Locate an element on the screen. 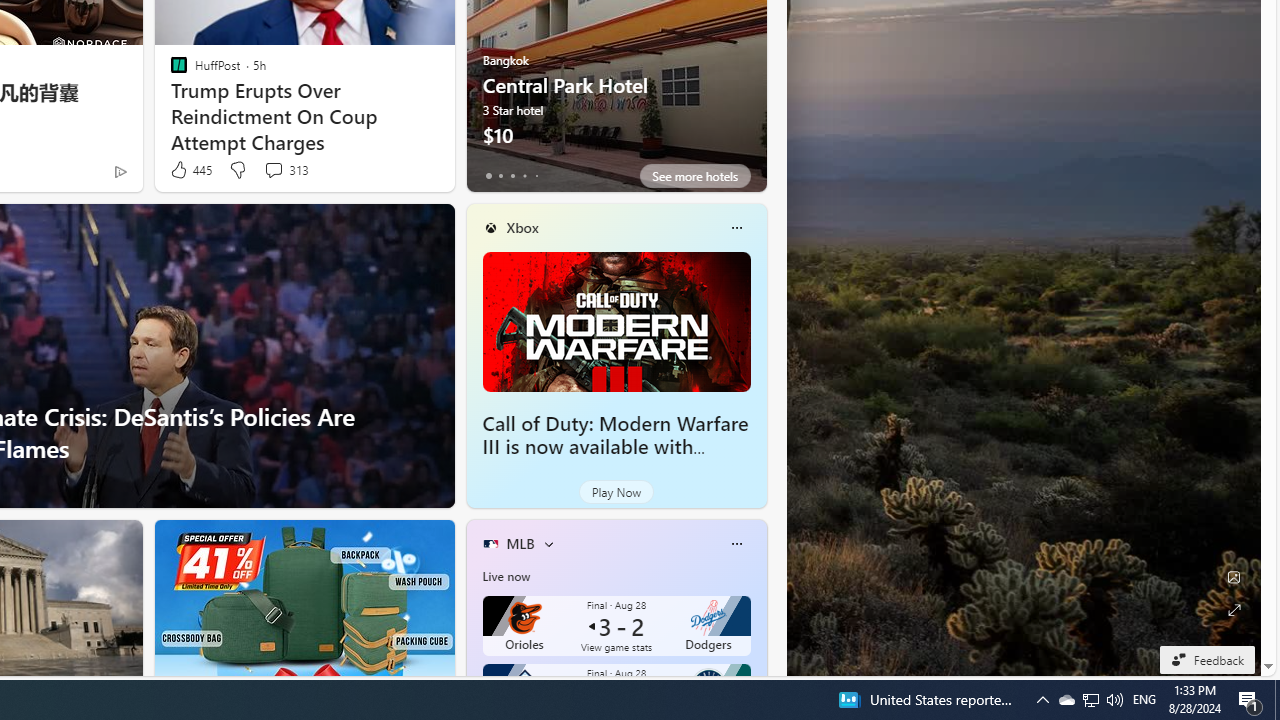  'MLB' is located at coordinates (520, 543).